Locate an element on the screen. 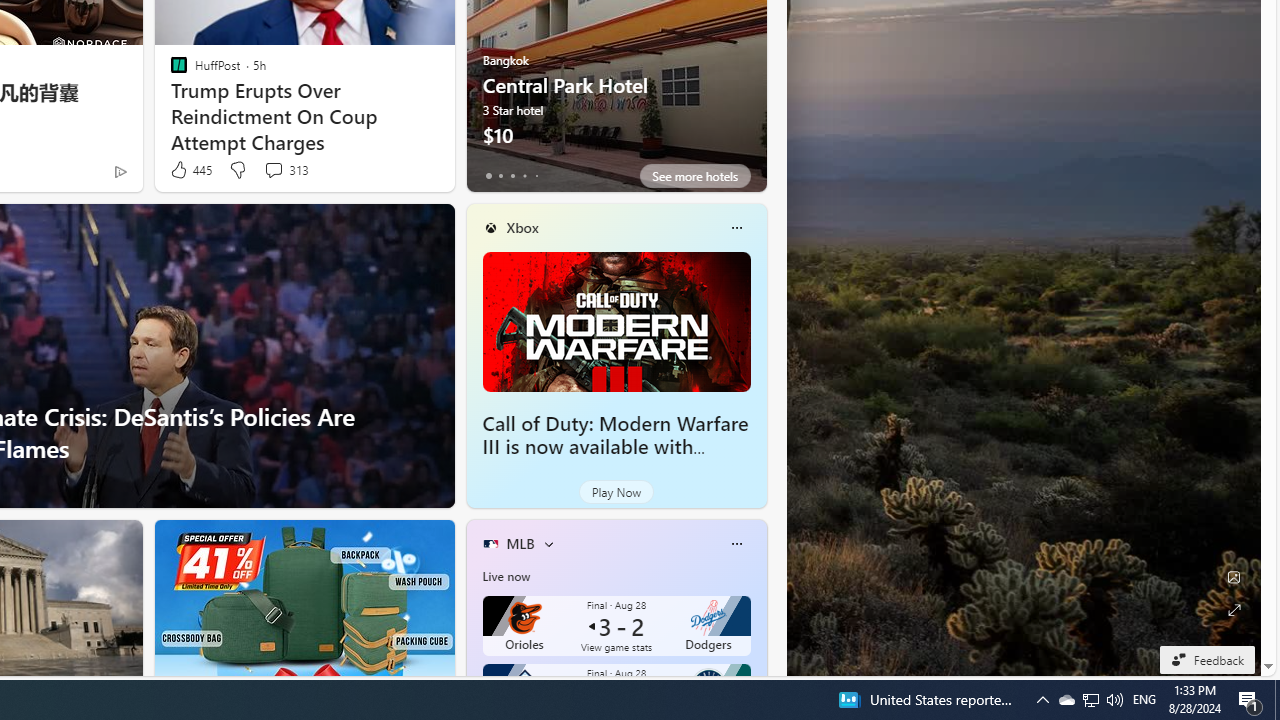  'MLB' is located at coordinates (520, 543).